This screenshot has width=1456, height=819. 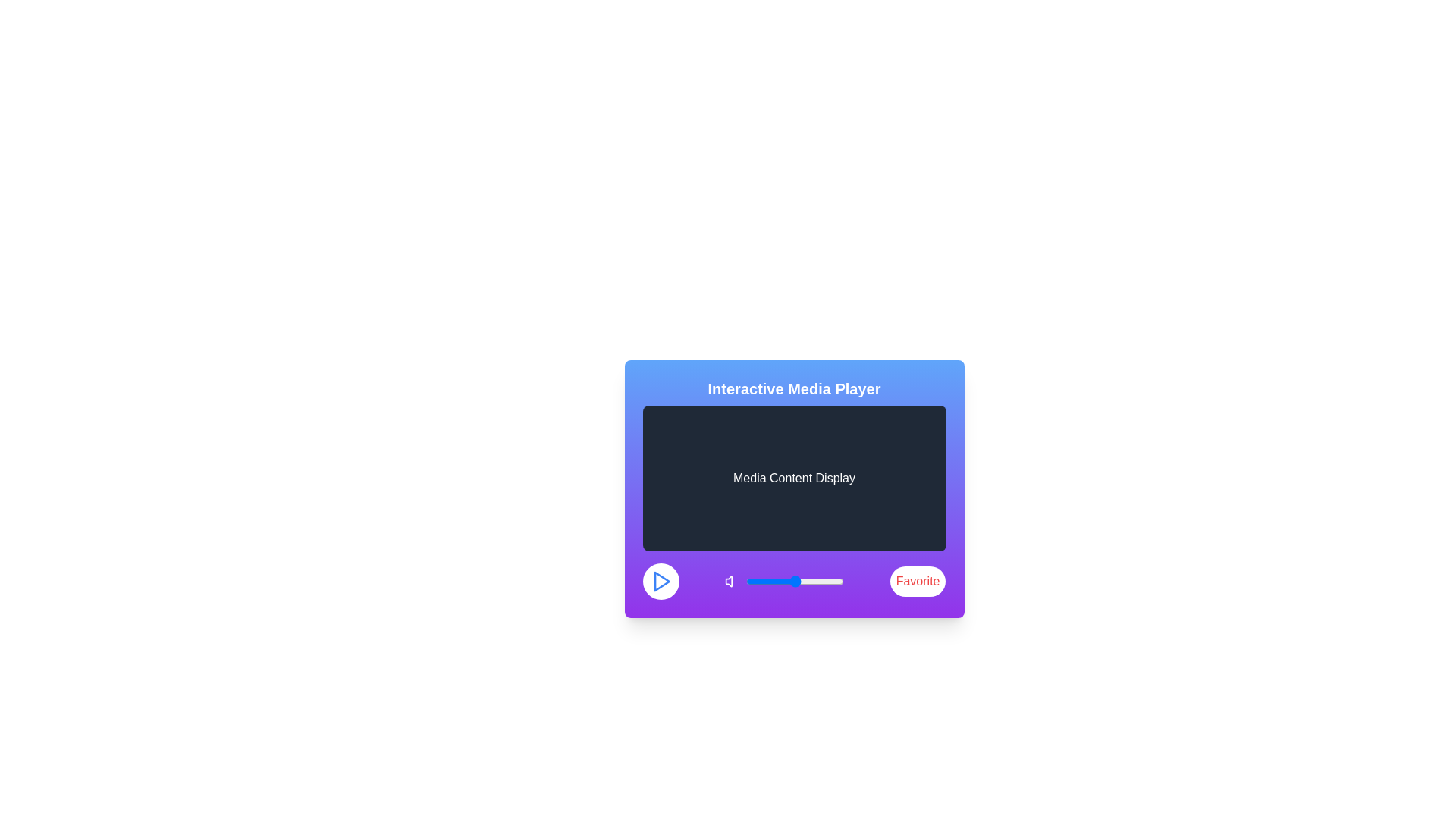 What do you see at coordinates (780, 581) in the screenshot?
I see `the slider` at bounding box center [780, 581].